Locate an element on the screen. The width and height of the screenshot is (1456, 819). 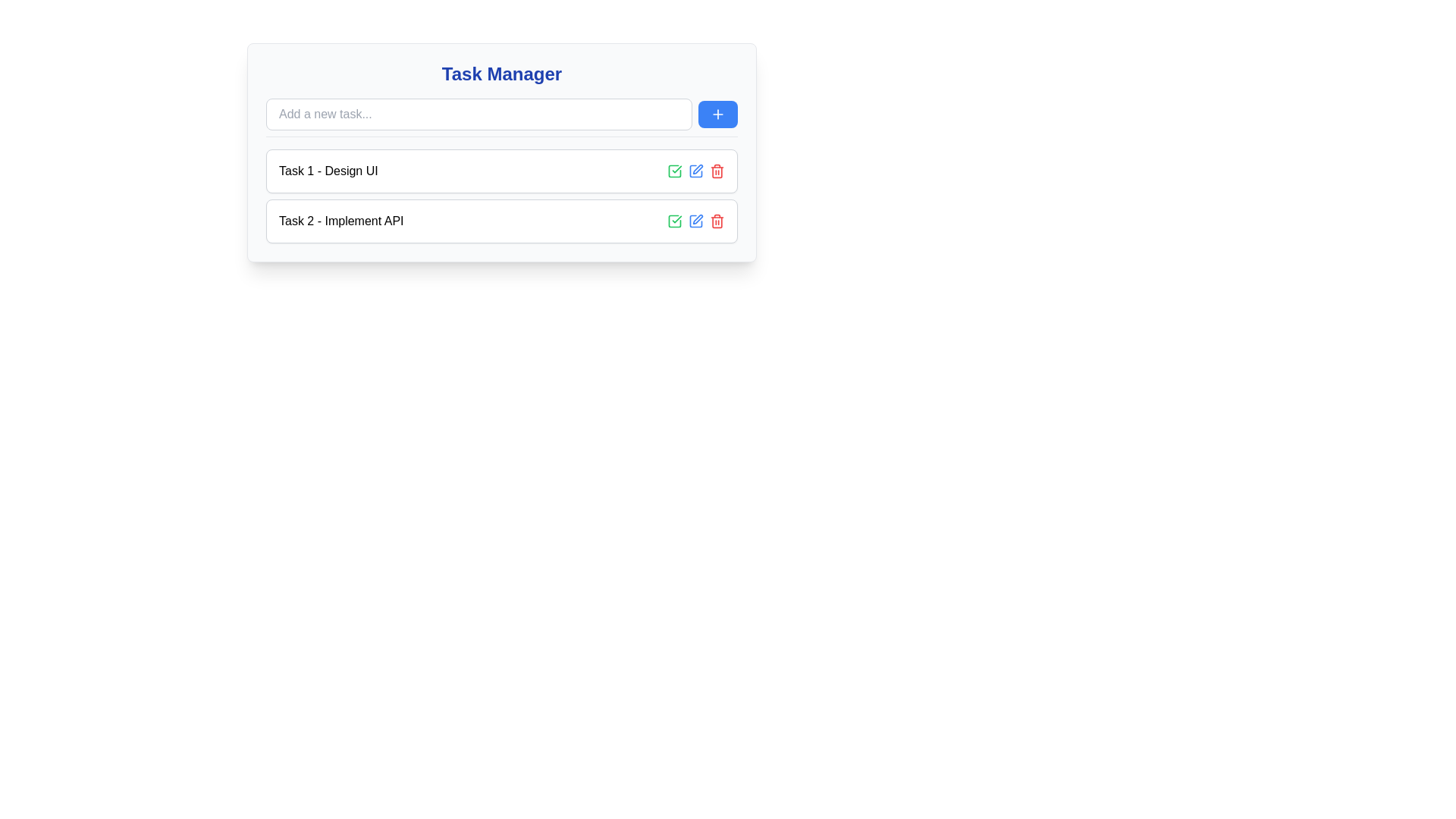
the blue button containing the SVG plus sign icon located at the top right corner of the task manager interface is located at coordinates (717, 113).